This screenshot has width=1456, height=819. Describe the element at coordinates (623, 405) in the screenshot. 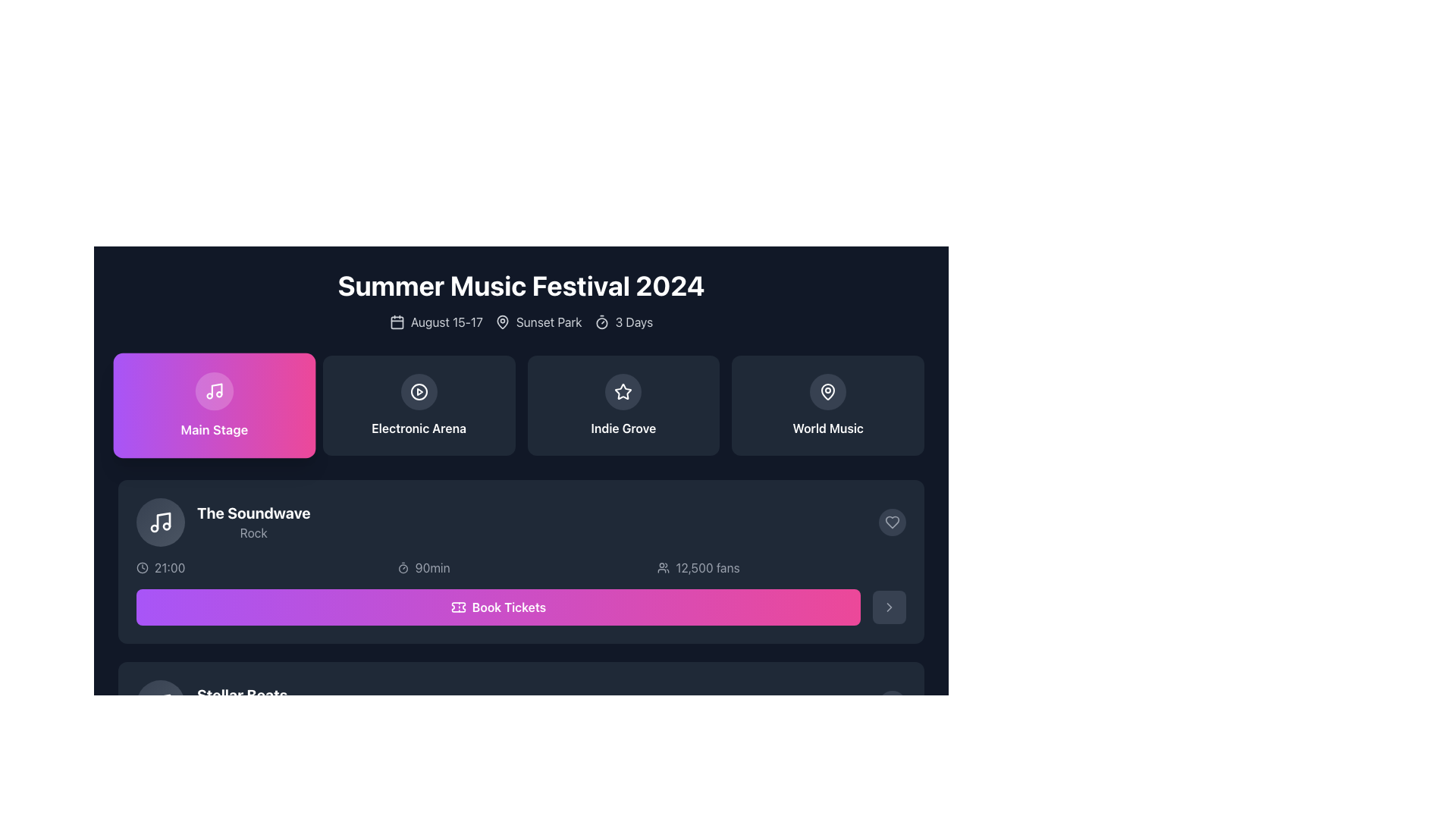

I see `the 'Indie Grove' category selector` at that location.